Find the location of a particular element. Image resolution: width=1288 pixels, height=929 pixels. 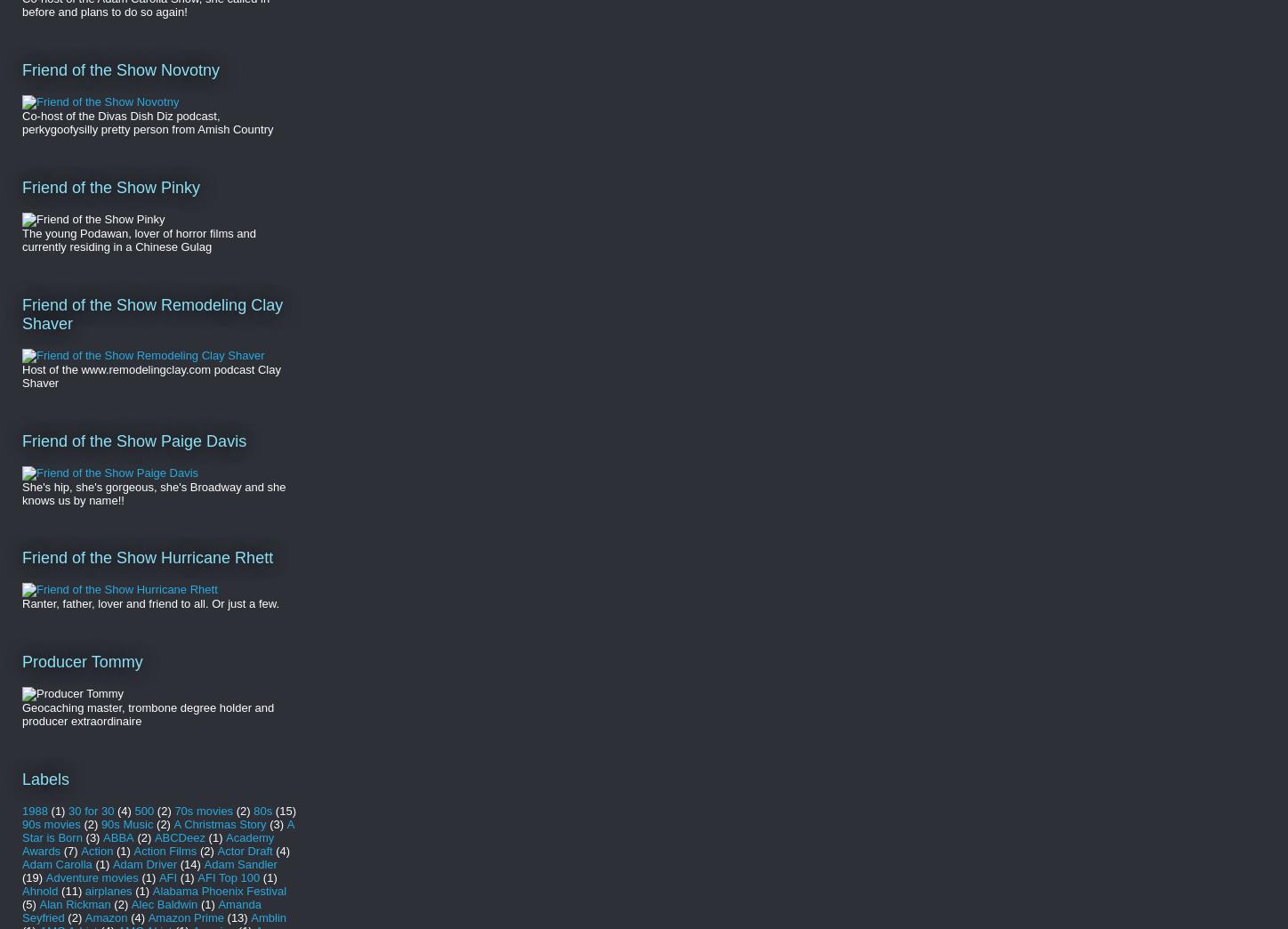

'Adventure movies' is located at coordinates (90, 876).